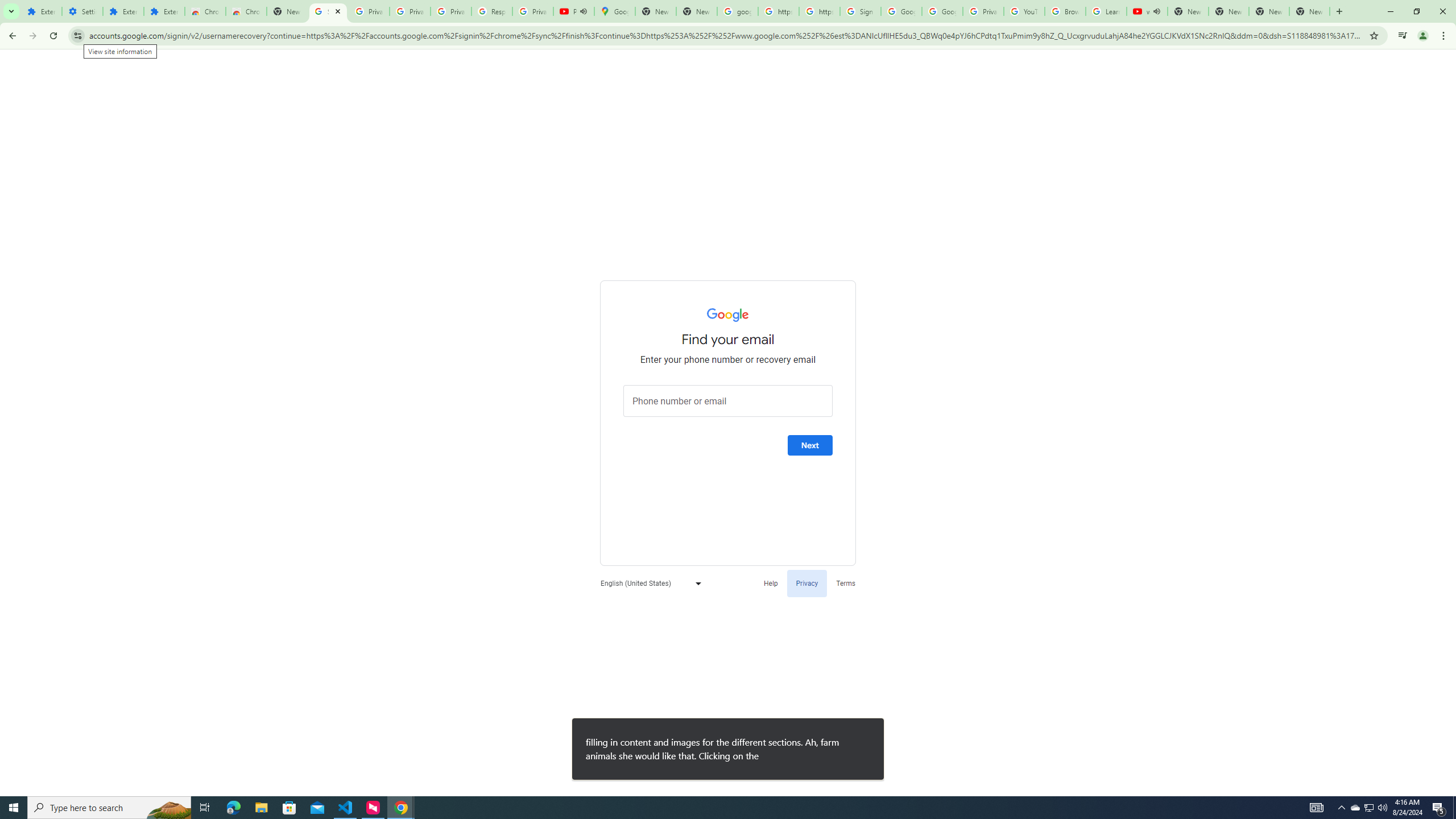 This screenshot has width=1456, height=819. I want to click on 'Sign in - Google Accounts', so click(860, 11).